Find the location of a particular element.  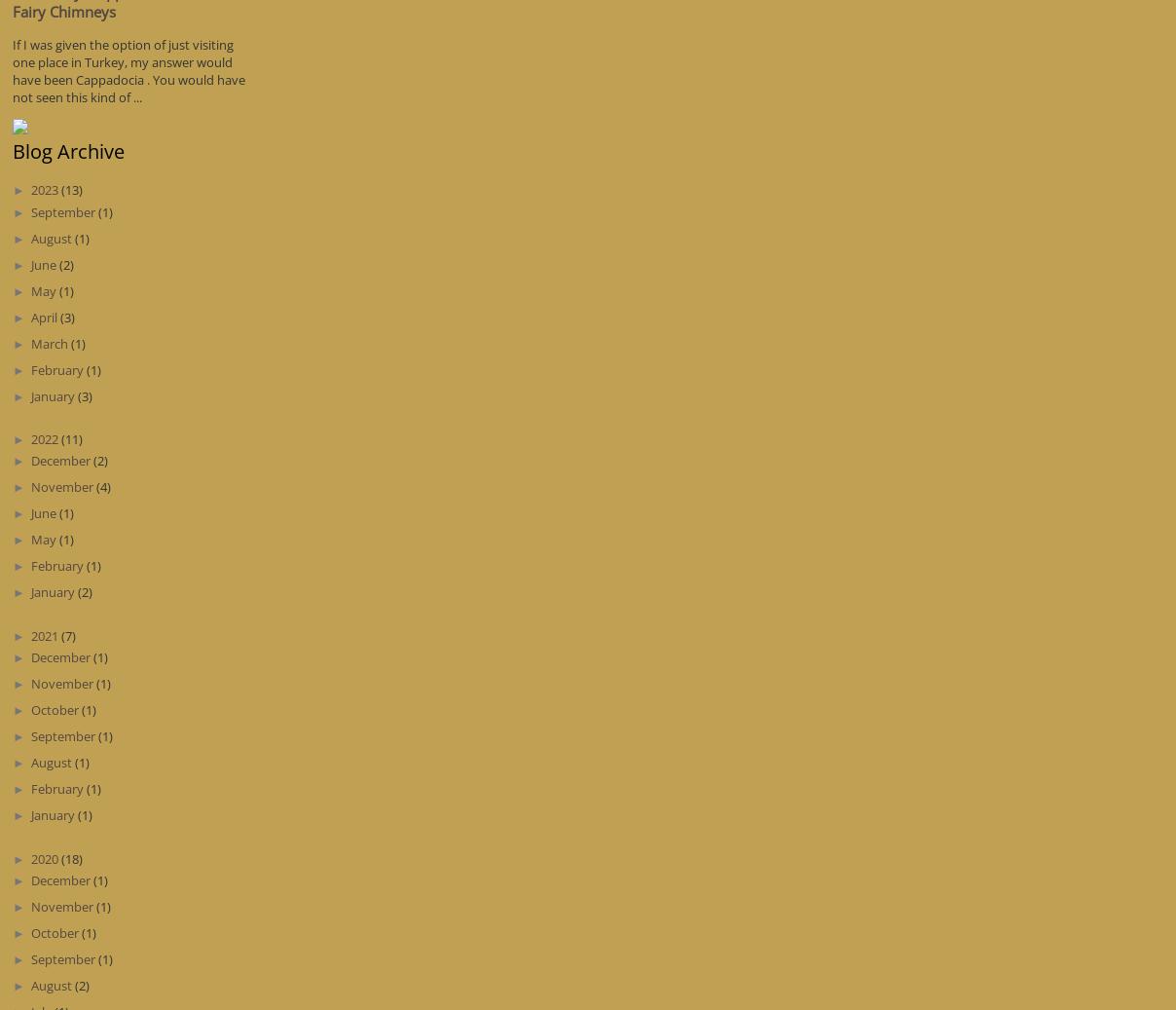

'(13)' is located at coordinates (58, 188).